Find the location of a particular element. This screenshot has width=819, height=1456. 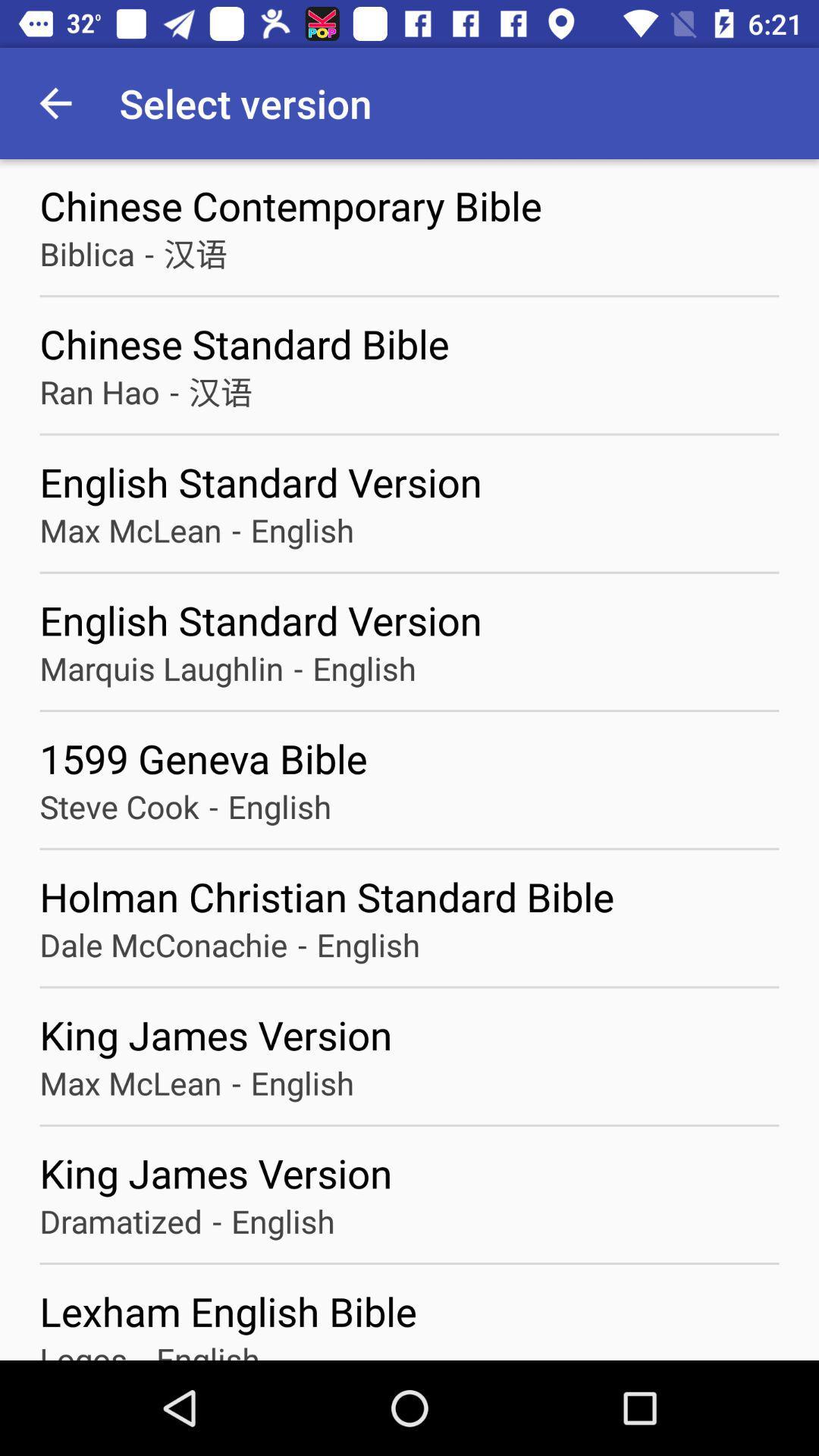

the app to the left of select version icon is located at coordinates (55, 102).